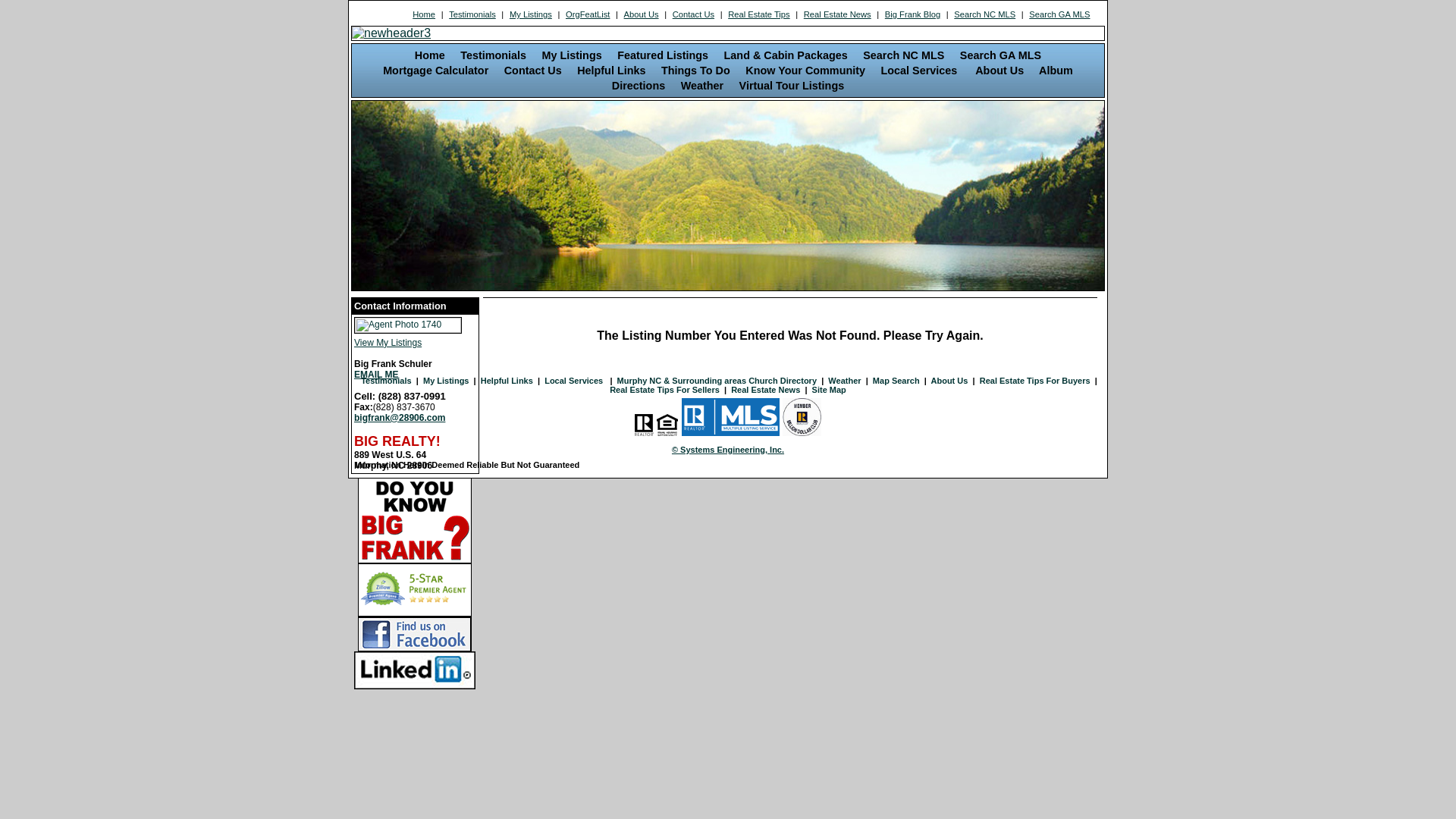 This screenshot has width=1456, height=819. I want to click on 'Land & Cabin Packages', so click(723, 55).